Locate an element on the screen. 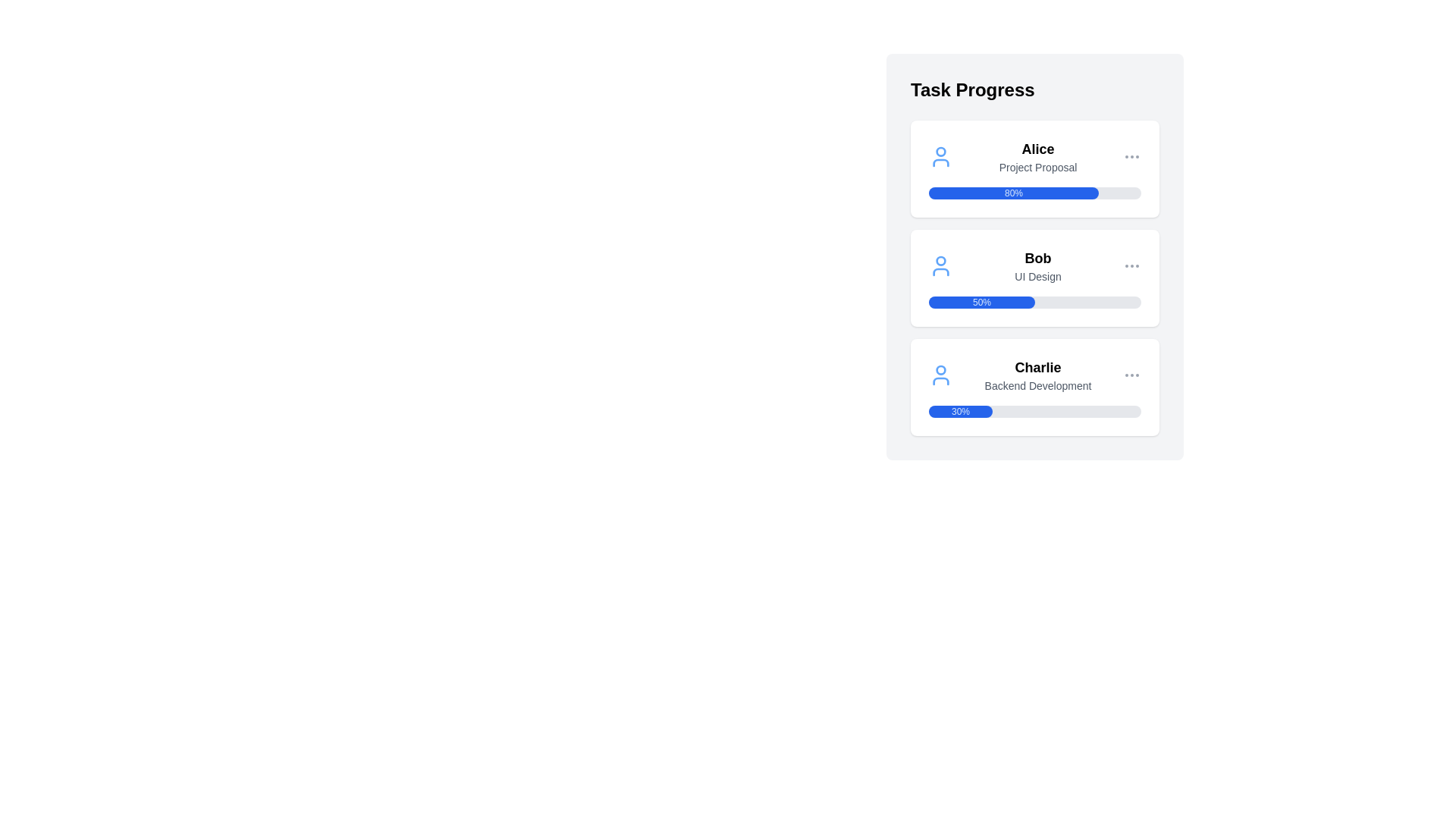  percentage displayed in the progress bar representing 50% completion for the task labeled 'Bob UI Design', located in the middle card of the Task Progress list is located at coordinates (982, 302).